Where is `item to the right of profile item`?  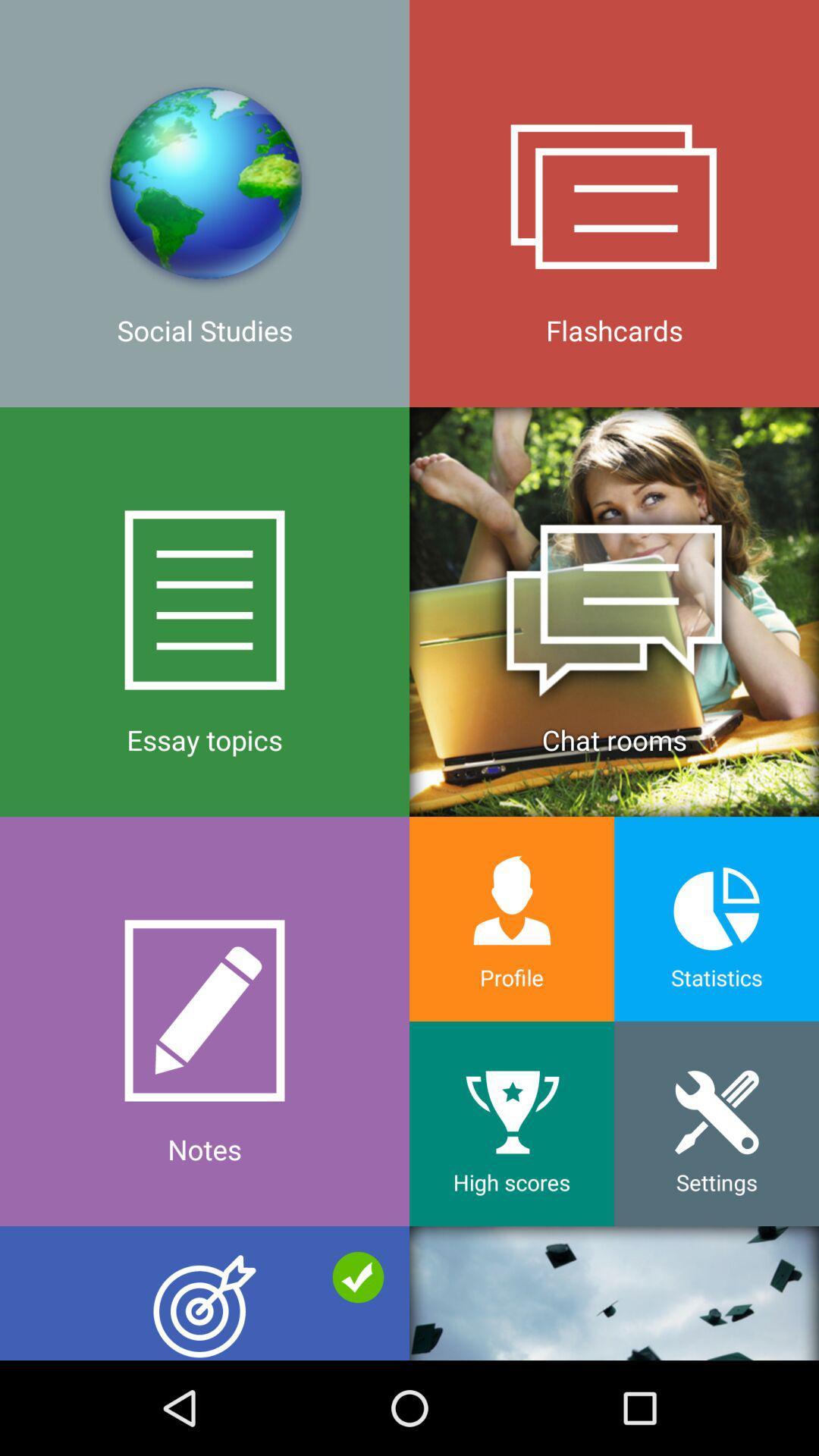 item to the right of profile item is located at coordinates (717, 1124).